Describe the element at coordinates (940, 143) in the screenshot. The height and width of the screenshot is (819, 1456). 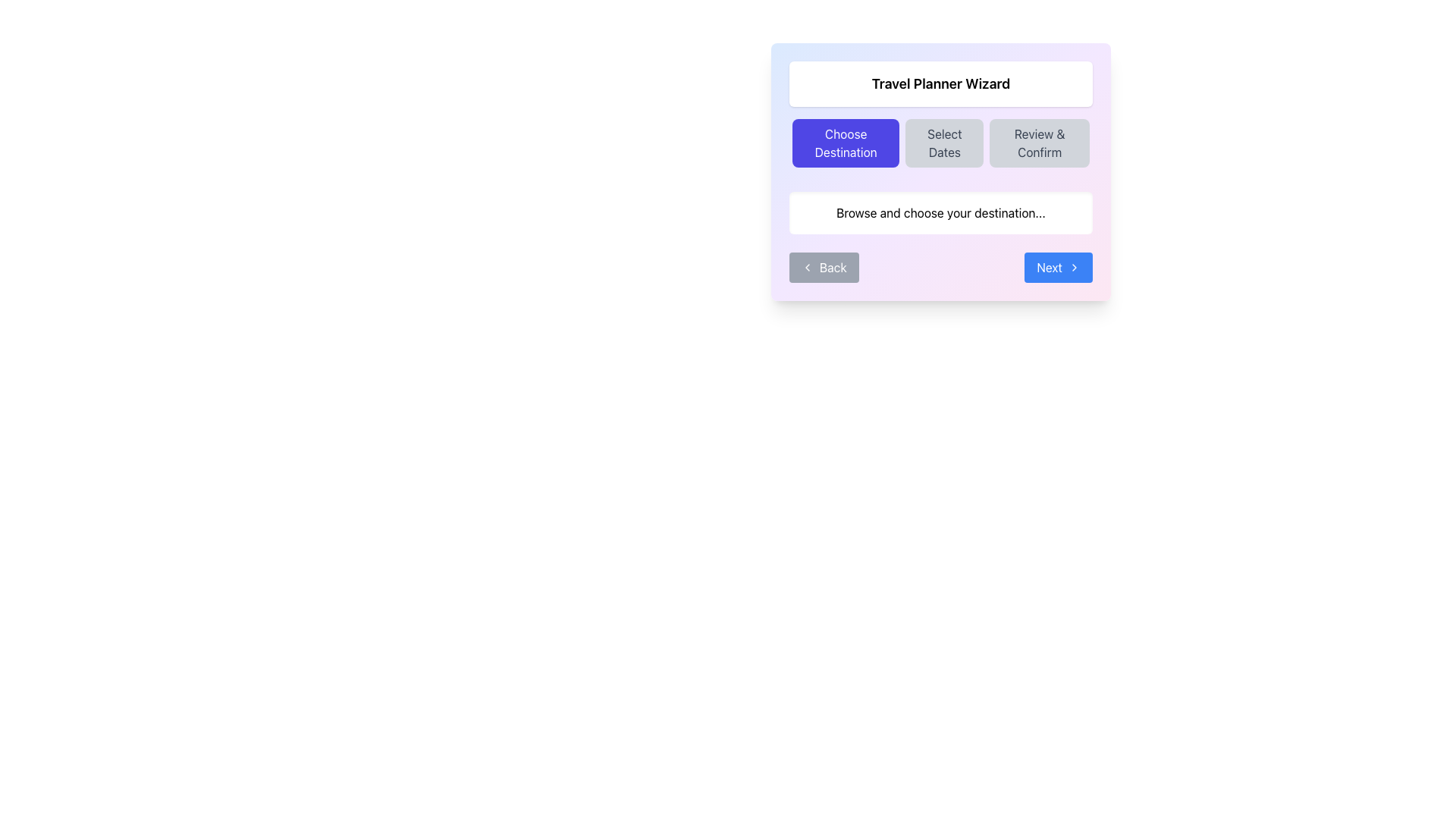
I see `the 'Select Dates' button, which is the central button in the group of three buttons under the title 'Travel Planner Wizard'` at that location.